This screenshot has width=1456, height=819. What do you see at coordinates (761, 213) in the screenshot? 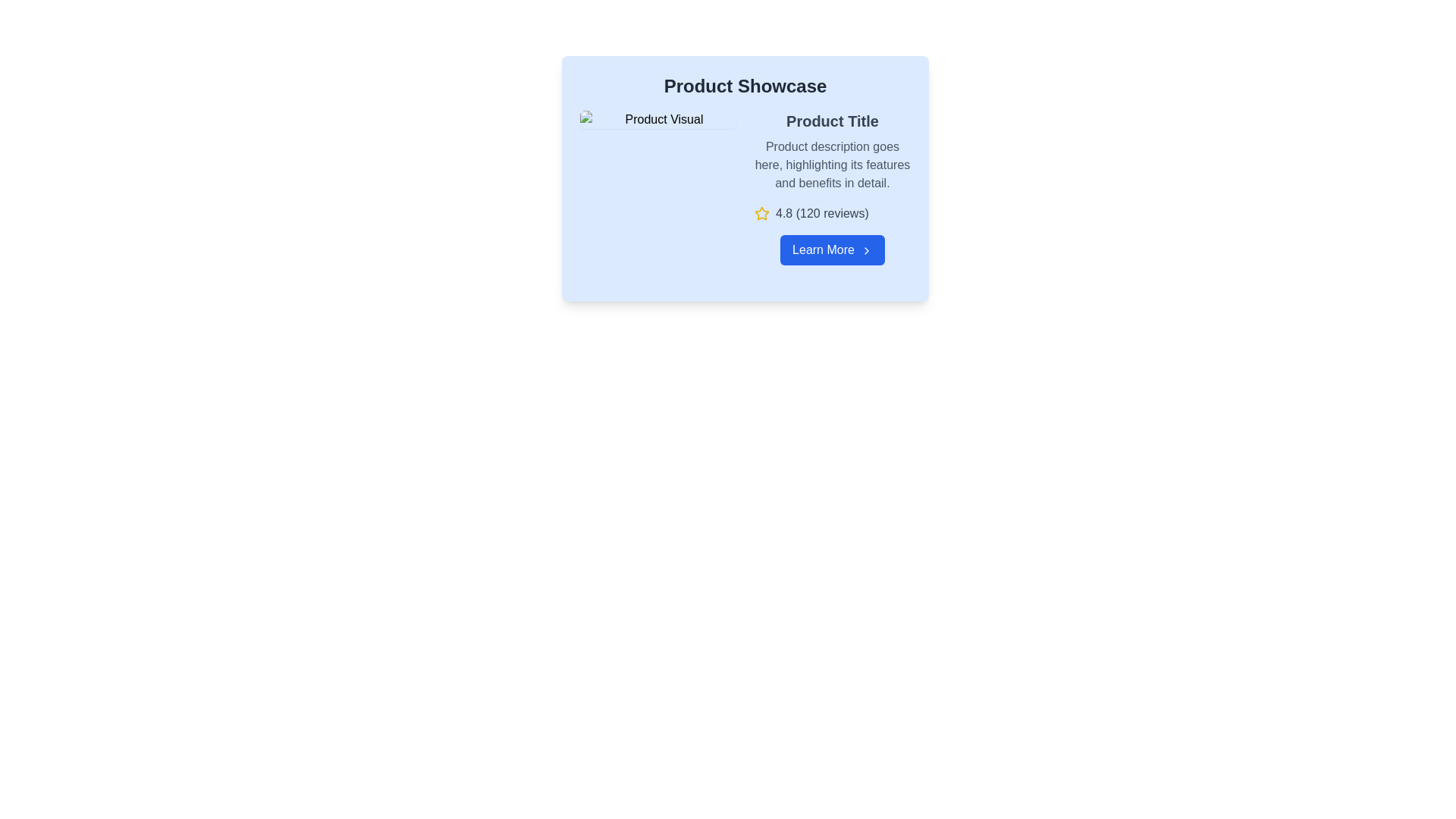
I see `the five-point star icon, which is yellow with a thin outline and rounded edges, located to the left of the text '4.8 (120 reviews)'` at bounding box center [761, 213].